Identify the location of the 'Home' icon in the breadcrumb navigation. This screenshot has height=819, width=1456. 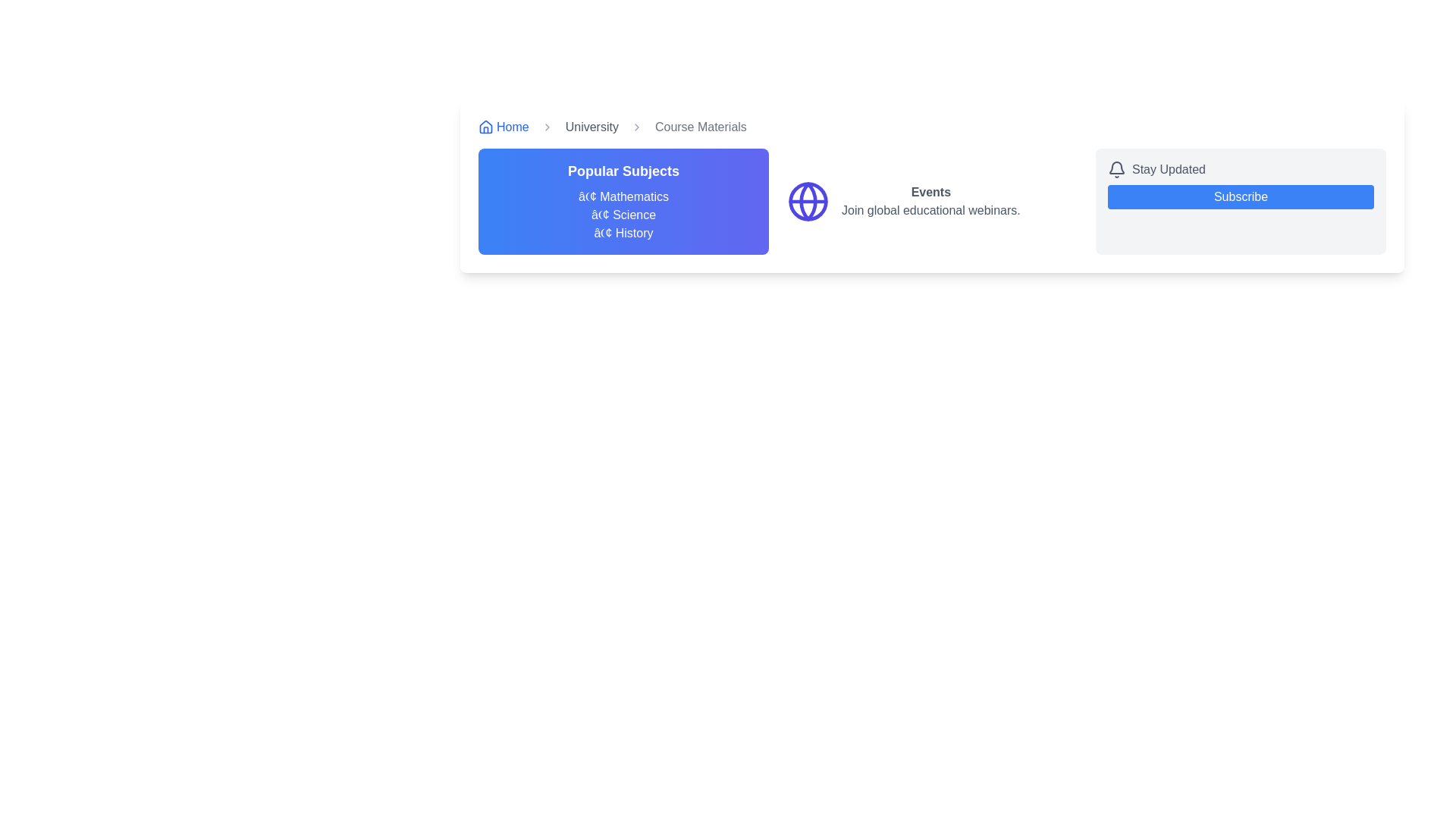
(486, 127).